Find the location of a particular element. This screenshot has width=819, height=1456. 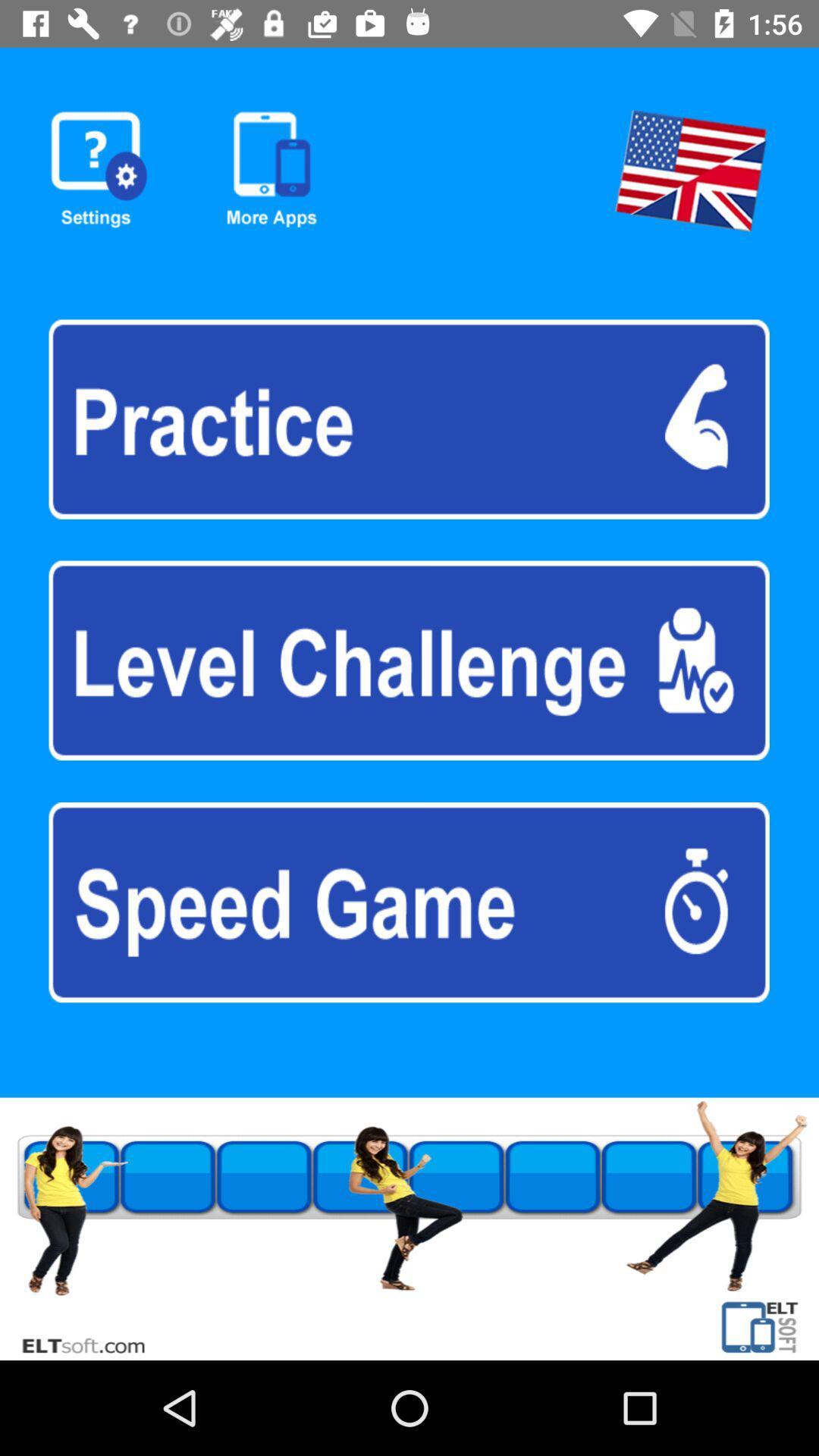

open settings is located at coordinates (99, 171).